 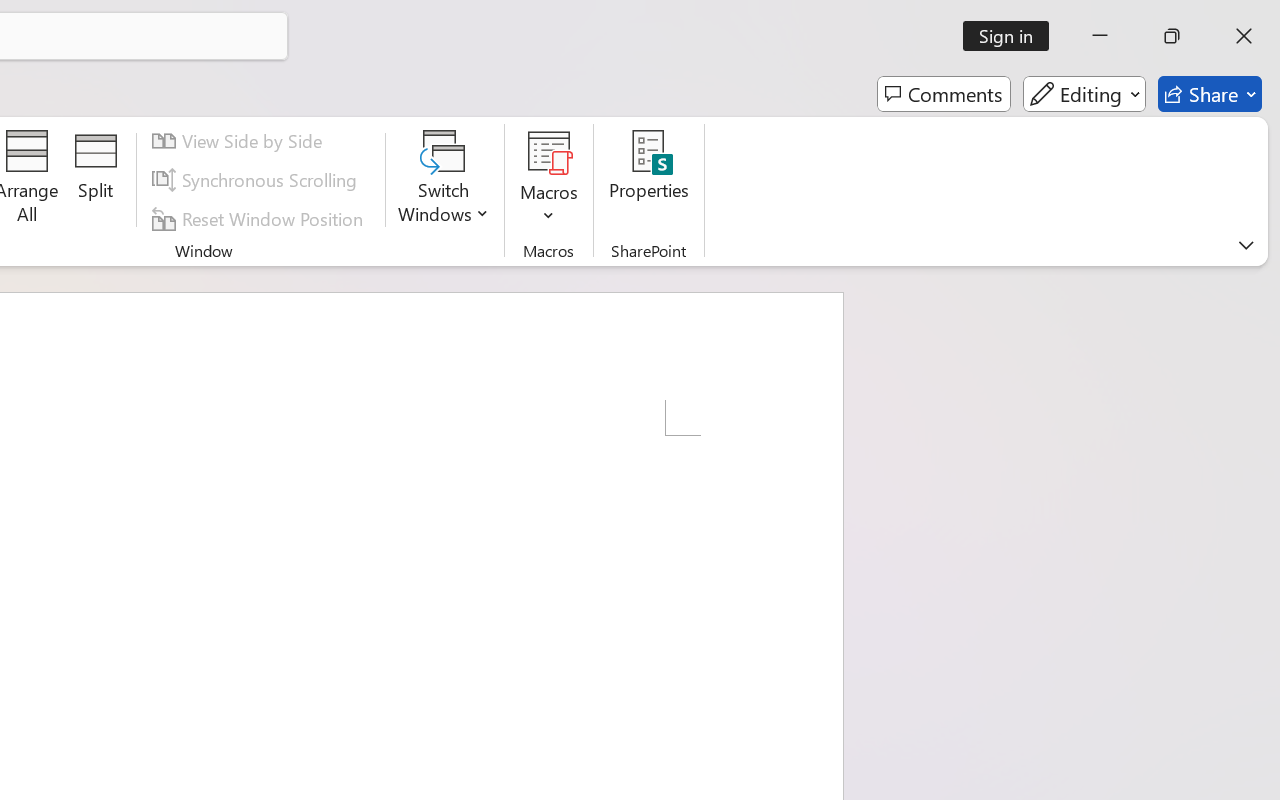 I want to click on 'Sign in', so click(x=1013, y=35).